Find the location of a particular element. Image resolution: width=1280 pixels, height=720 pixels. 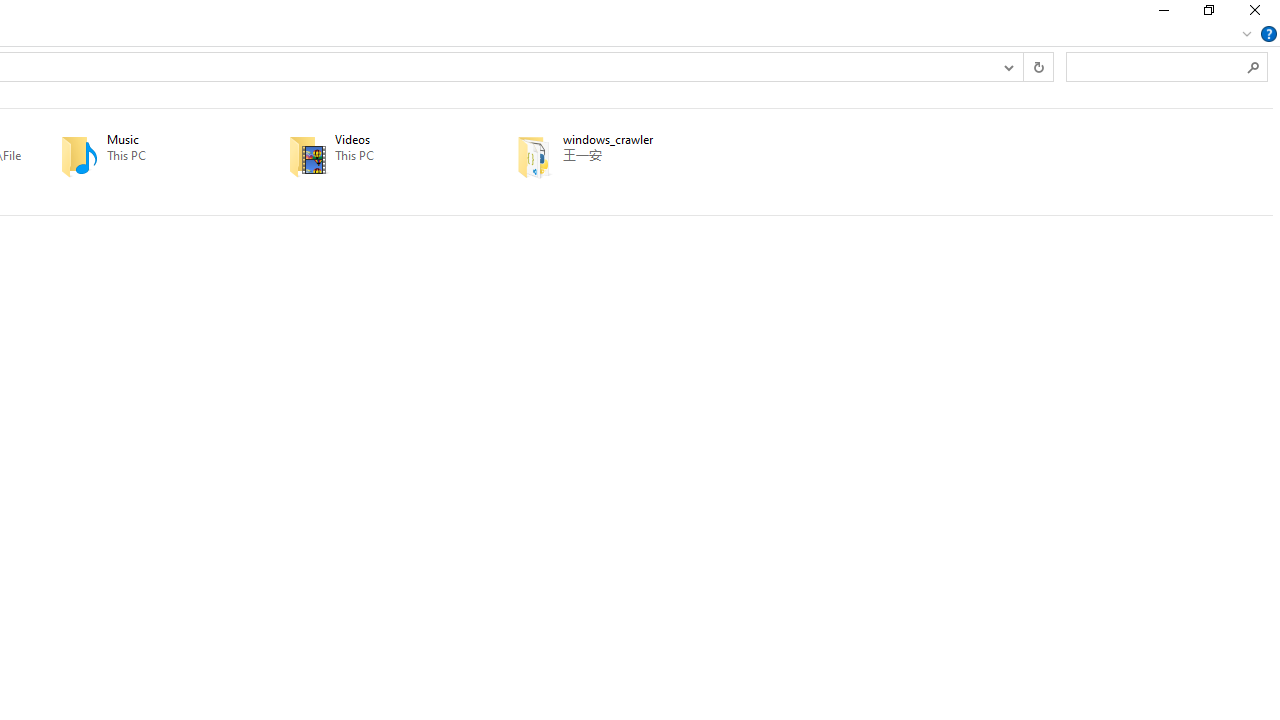

'Refresh "Quick access" (F5)' is located at coordinates (1038, 65).